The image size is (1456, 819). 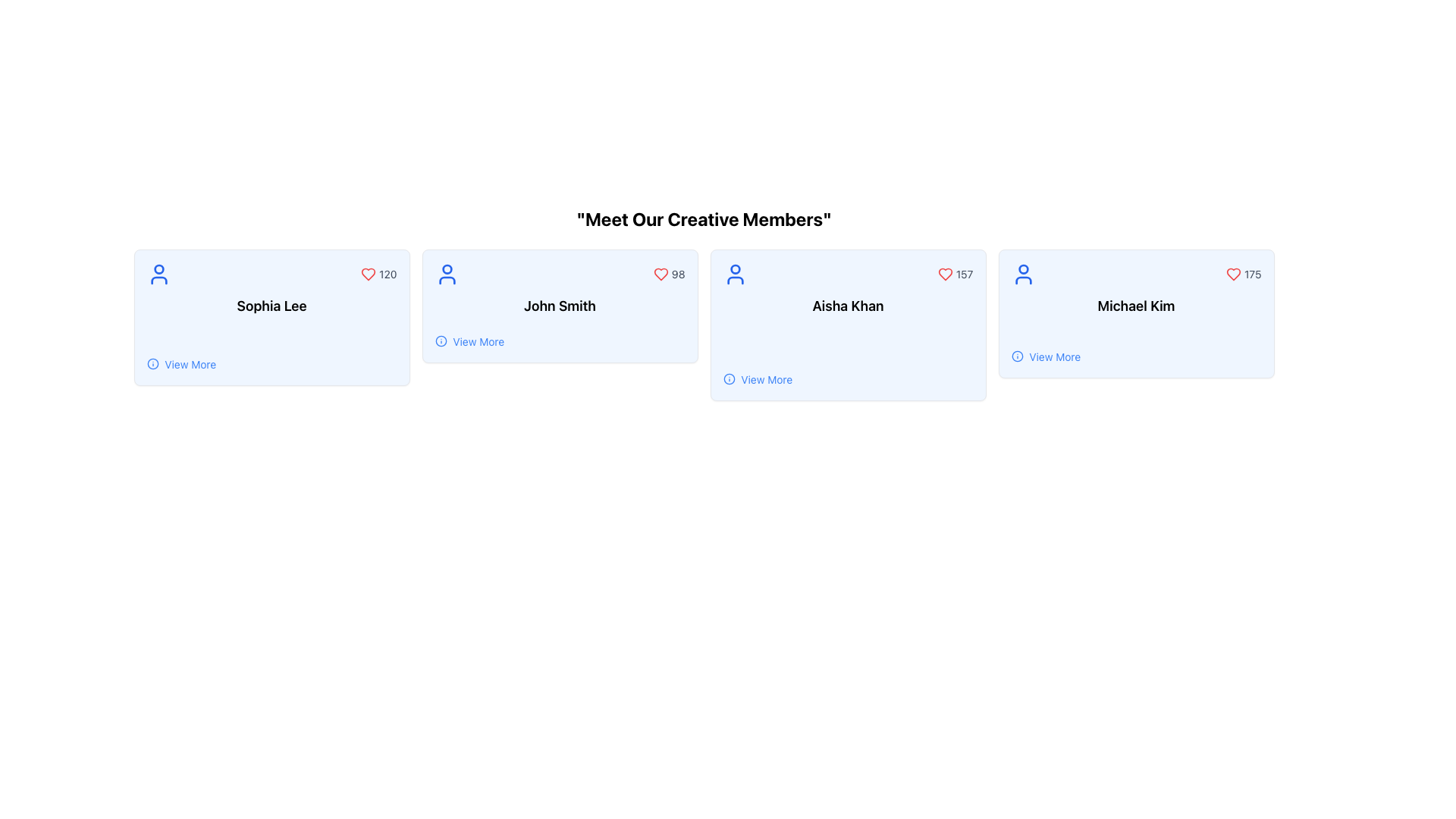 I want to click on the user profile icon represented as an SVG graphic with a blue stroke outline located in the top-left corner of the card containing the text 'Michael Kim' and '175', so click(x=1023, y=275).